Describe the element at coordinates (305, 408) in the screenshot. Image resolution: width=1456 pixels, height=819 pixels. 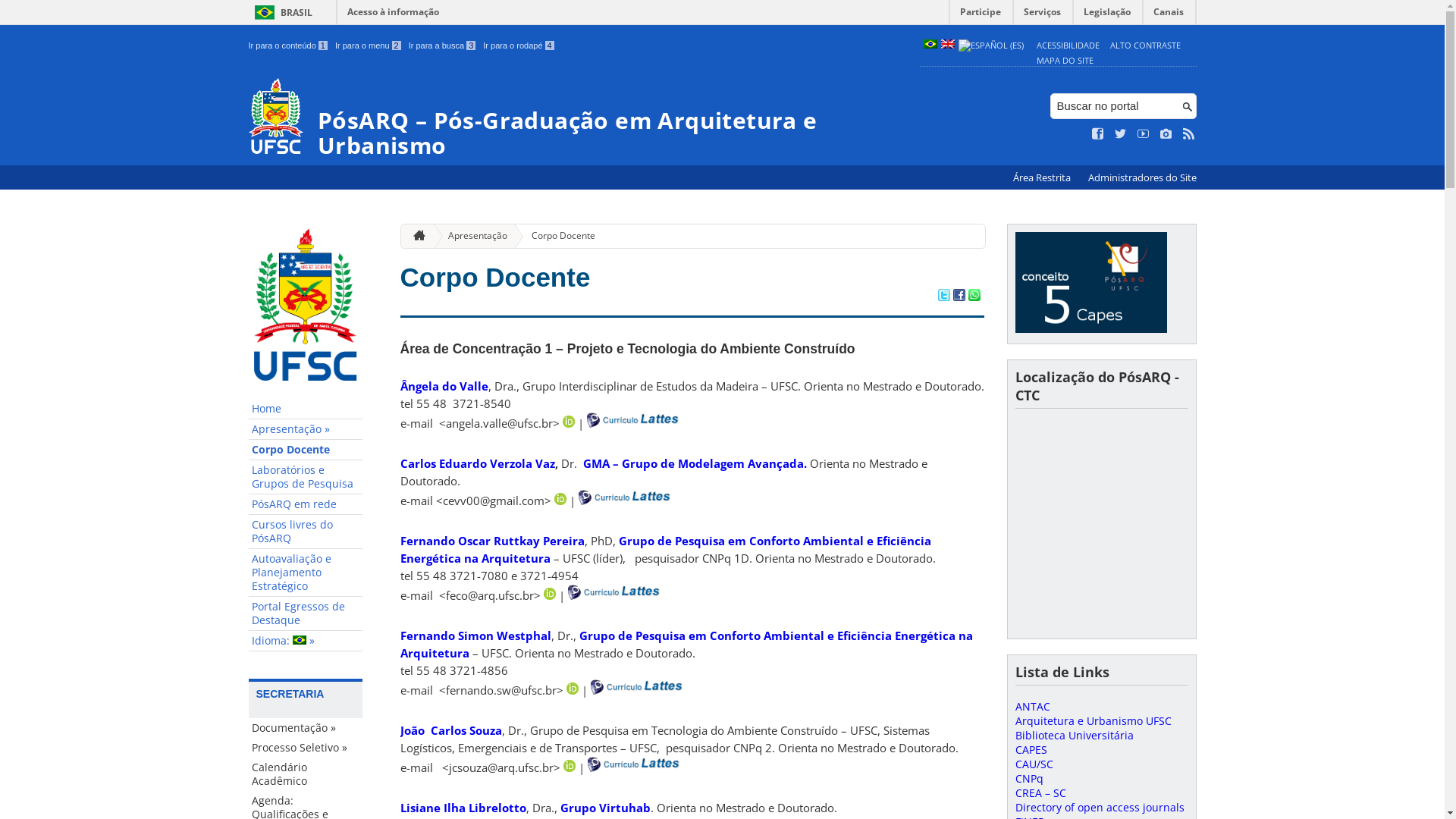
I see `'Home'` at that location.